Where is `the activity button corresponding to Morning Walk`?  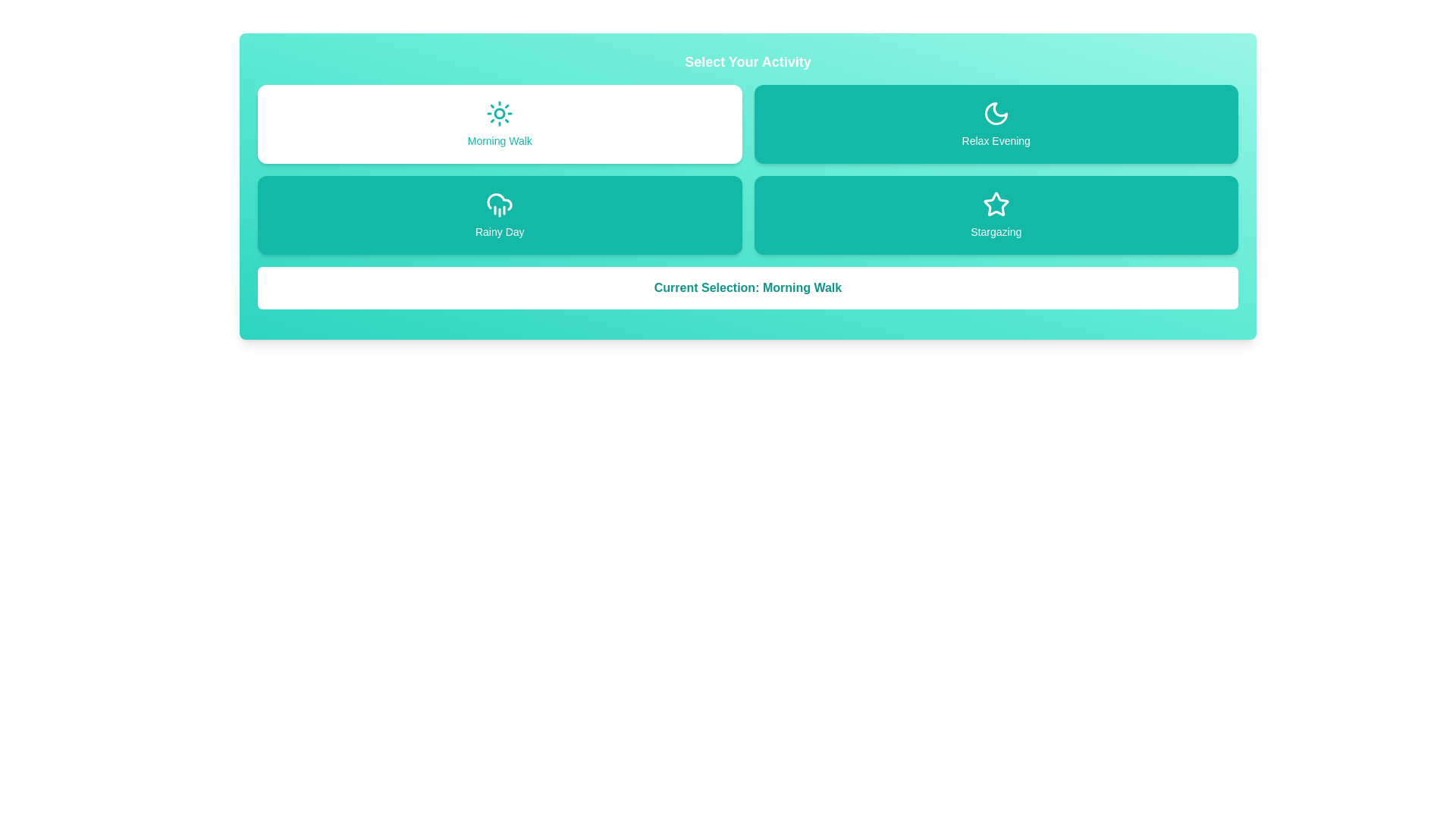 the activity button corresponding to Morning Walk is located at coordinates (500, 124).